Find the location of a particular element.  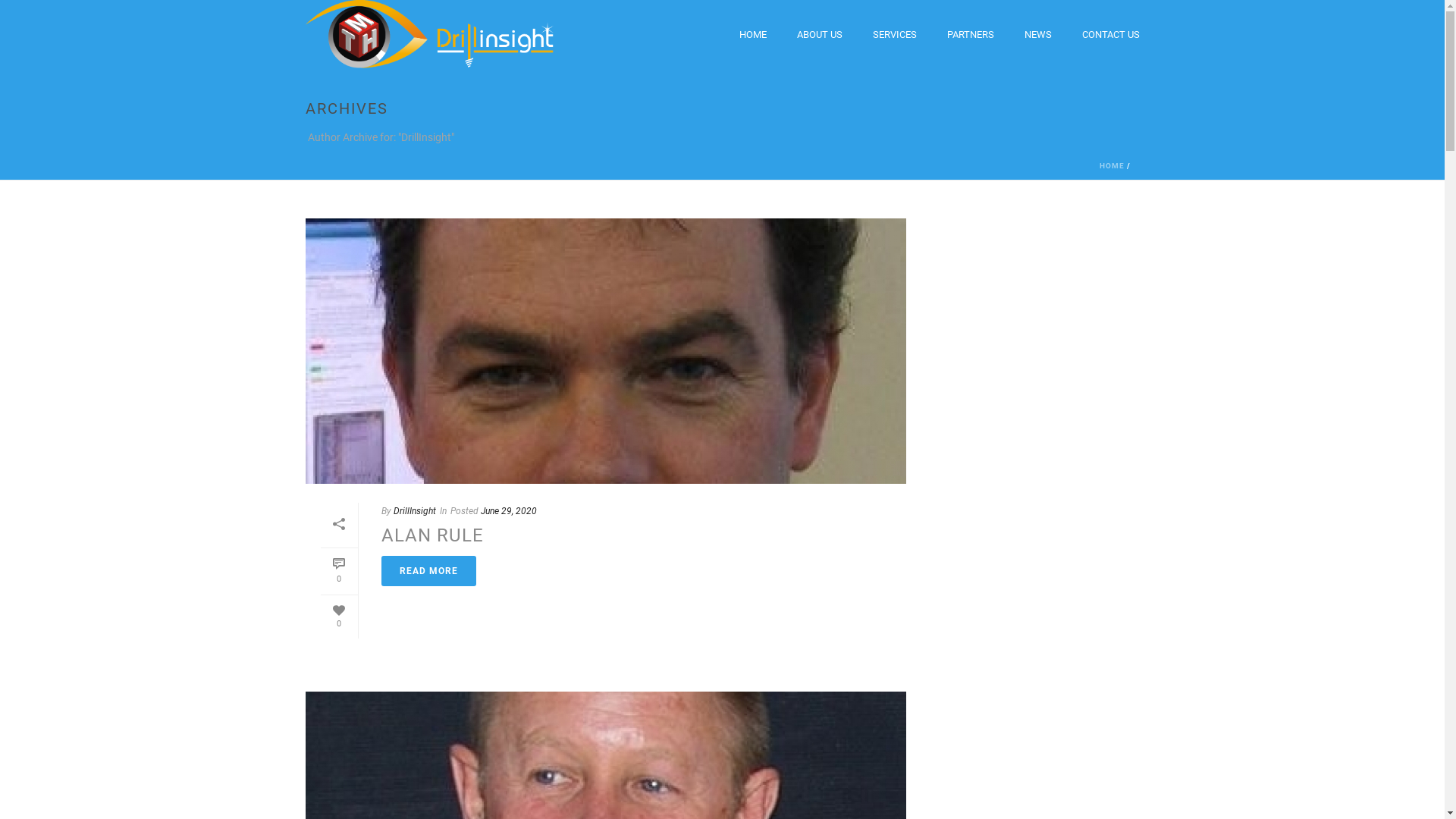

'HOME' is located at coordinates (1112, 165).